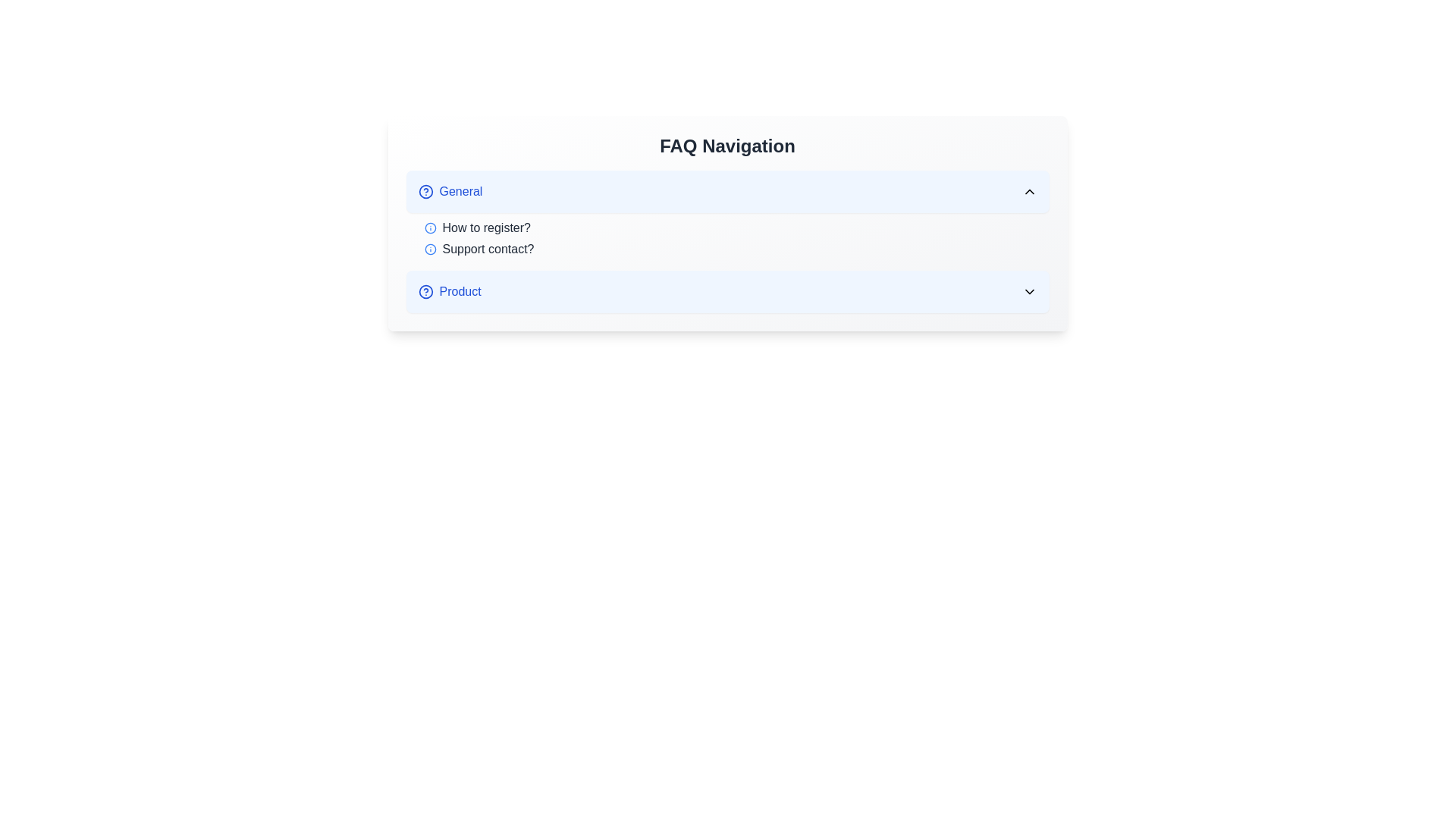 The width and height of the screenshot is (1456, 819). Describe the element at coordinates (450, 191) in the screenshot. I see `the 'General' category label in the FAQ Navigation menu` at that location.